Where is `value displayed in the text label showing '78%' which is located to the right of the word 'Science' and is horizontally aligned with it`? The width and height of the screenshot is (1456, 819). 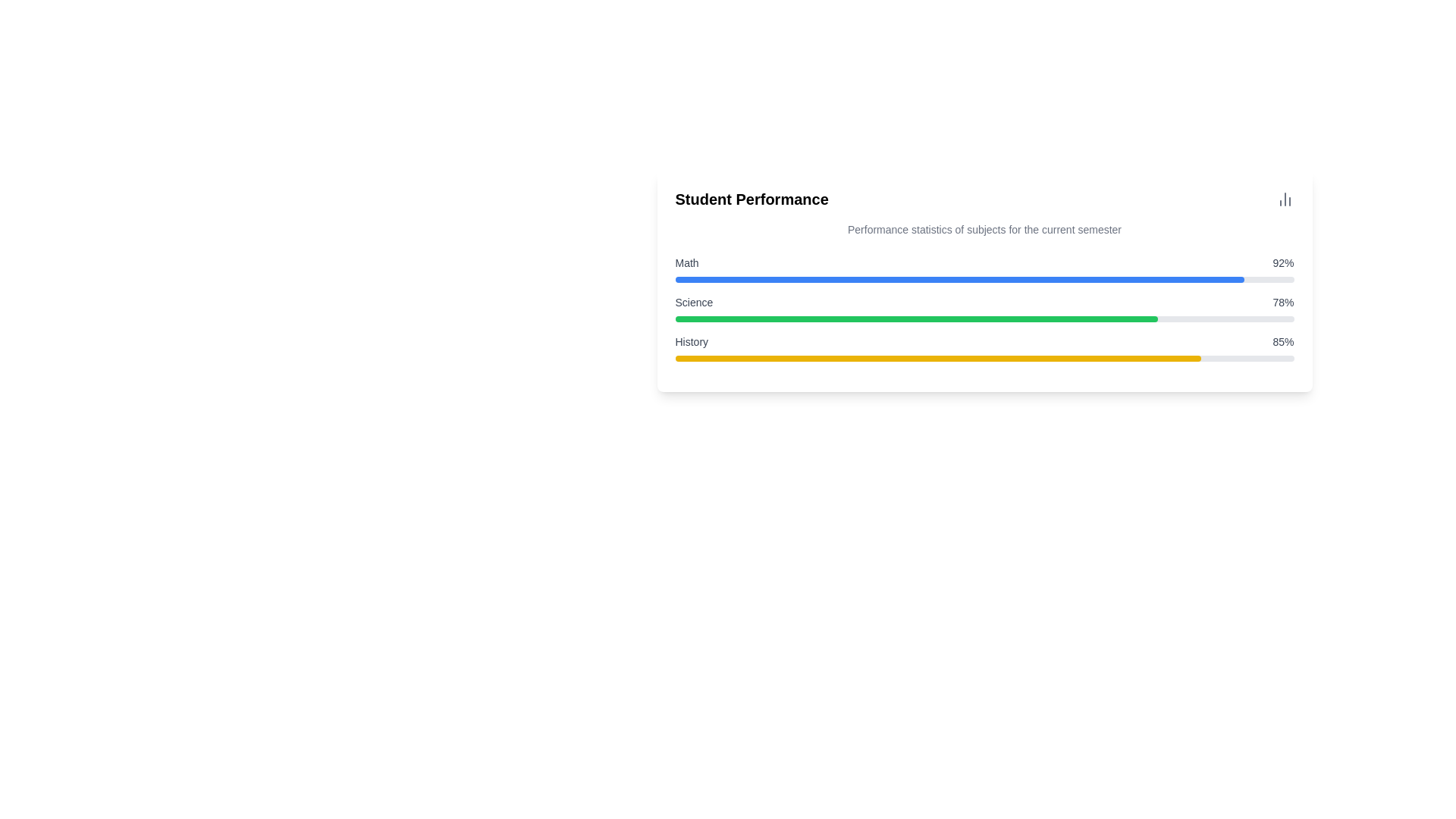 value displayed in the text label showing '78%' which is located to the right of the word 'Science' and is horizontally aligned with it is located at coordinates (1282, 302).